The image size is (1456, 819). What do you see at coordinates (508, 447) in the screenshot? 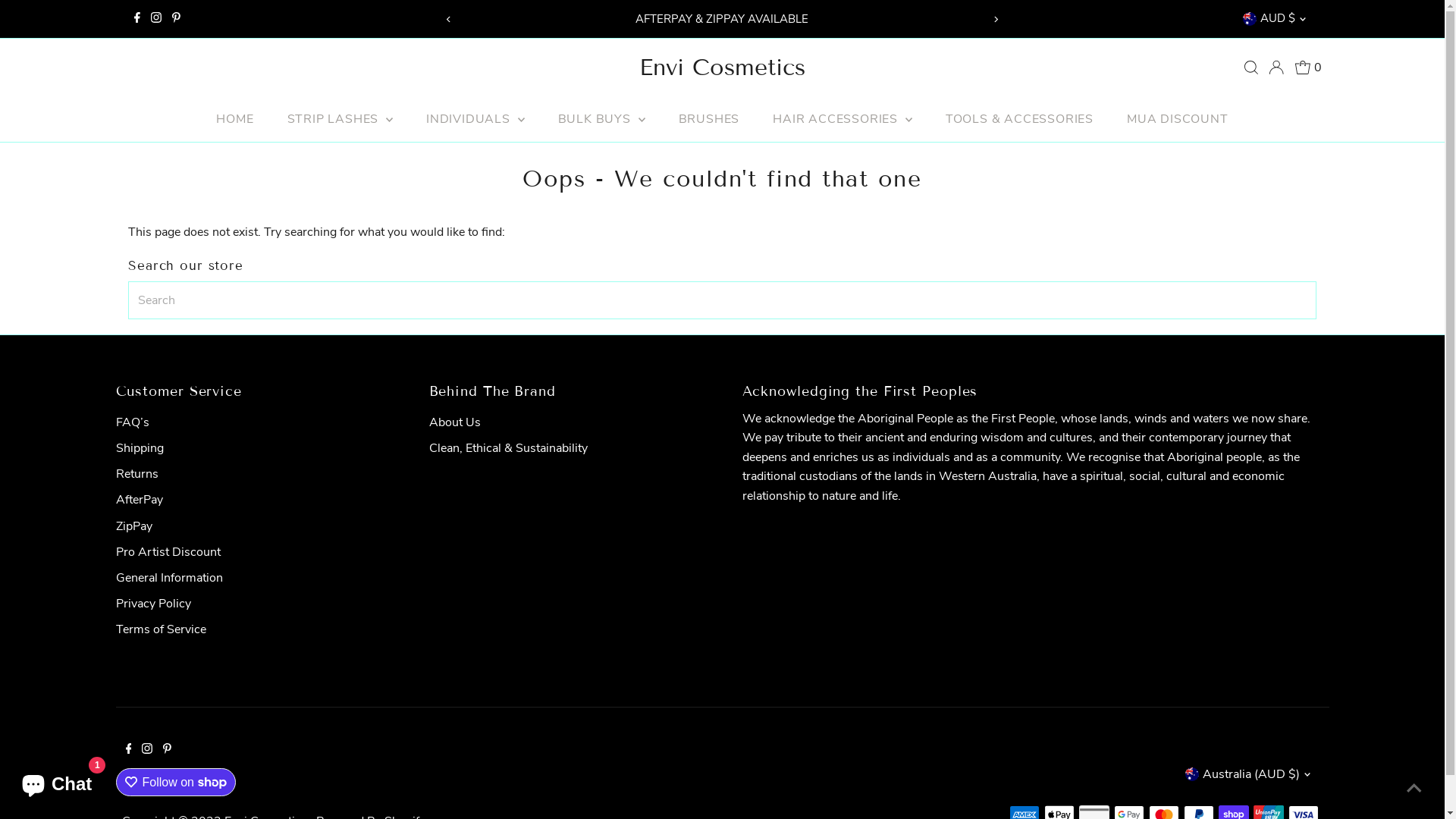
I see `'Clean, Ethical & Sustainability'` at bounding box center [508, 447].